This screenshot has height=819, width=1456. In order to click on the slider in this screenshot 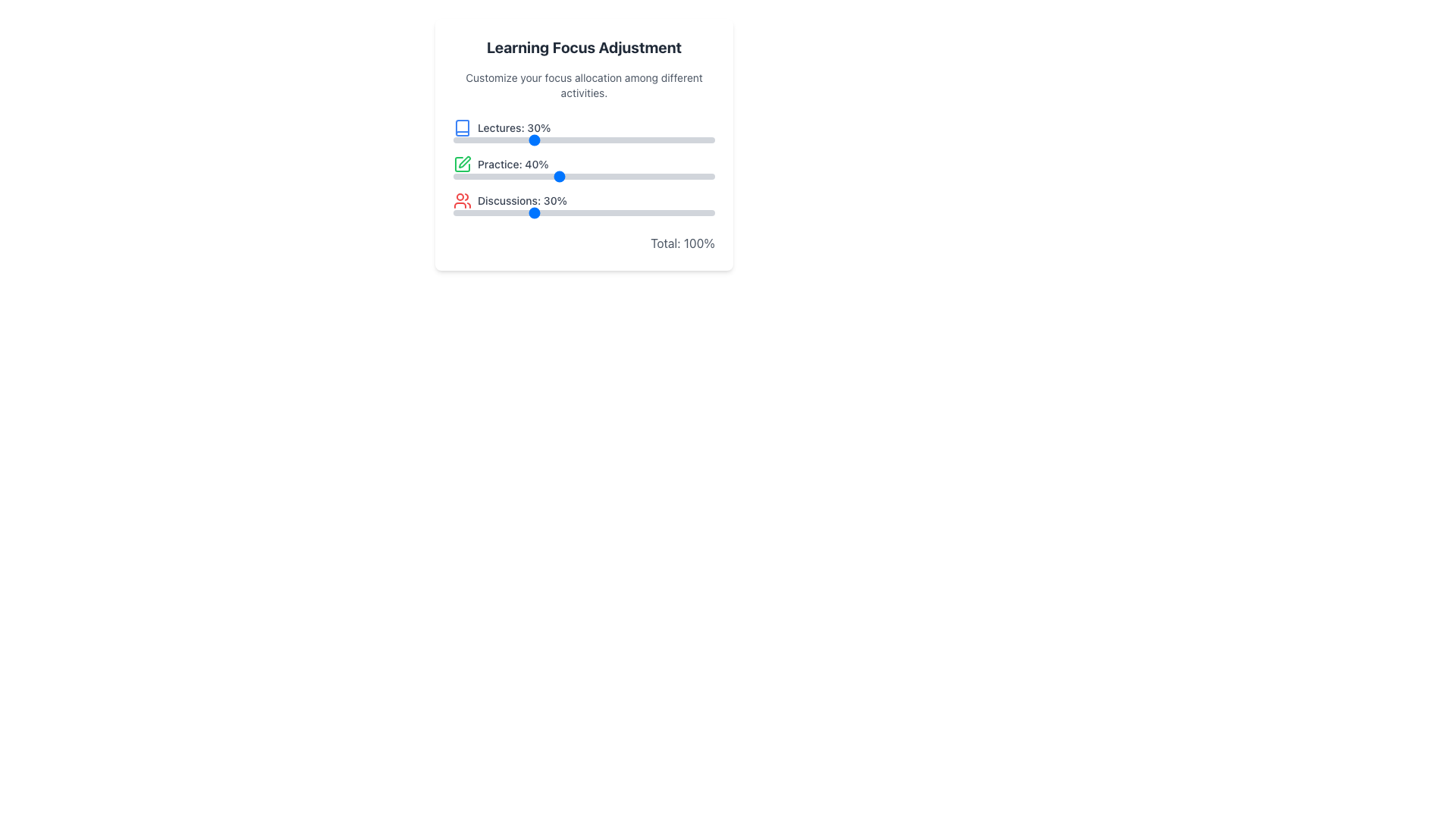, I will do `click(615, 140)`.